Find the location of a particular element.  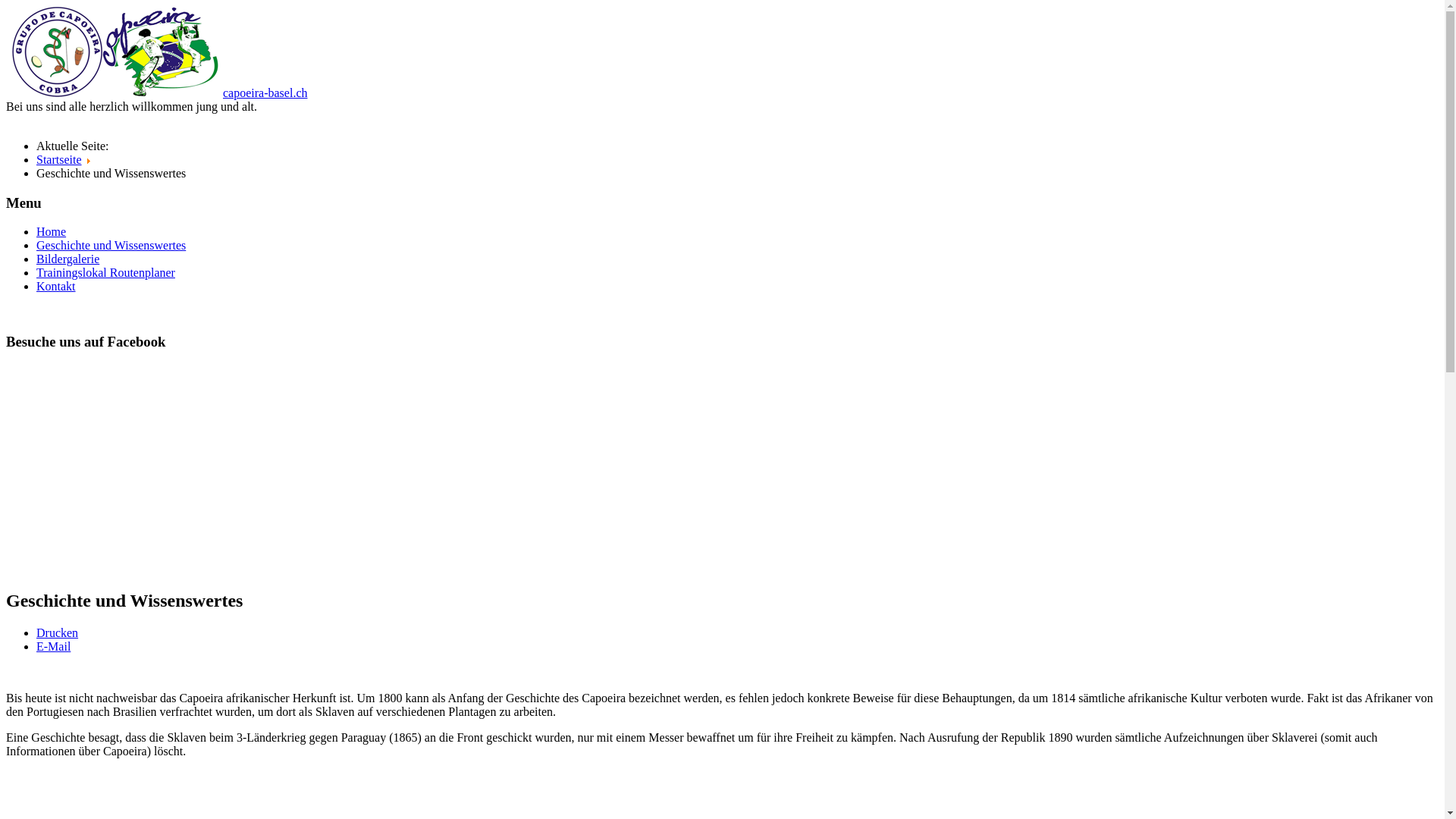

'Kontakt' is located at coordinates (55, 286).